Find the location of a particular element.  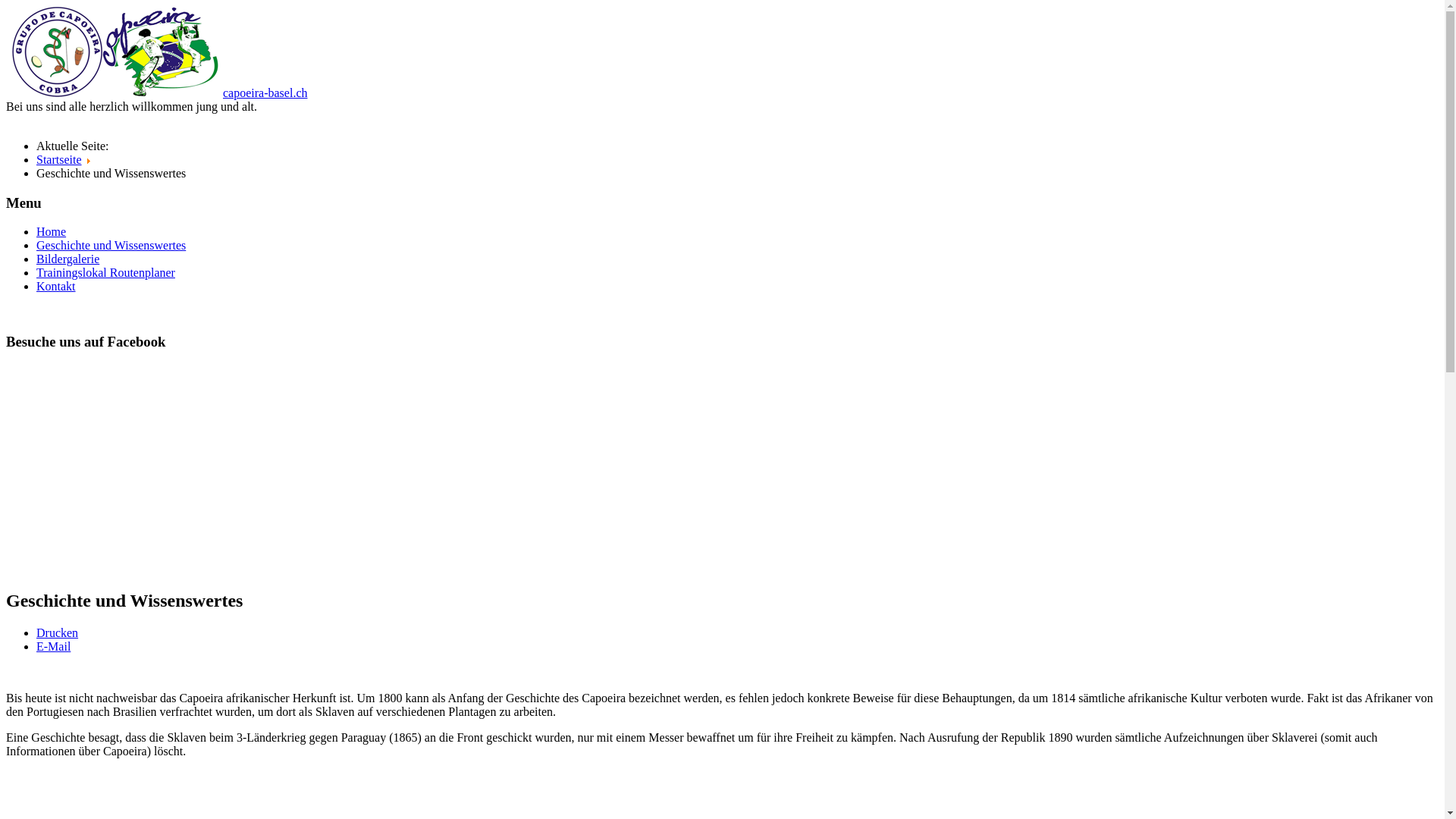

'Kontakt' is located at coordinates (55, 286).